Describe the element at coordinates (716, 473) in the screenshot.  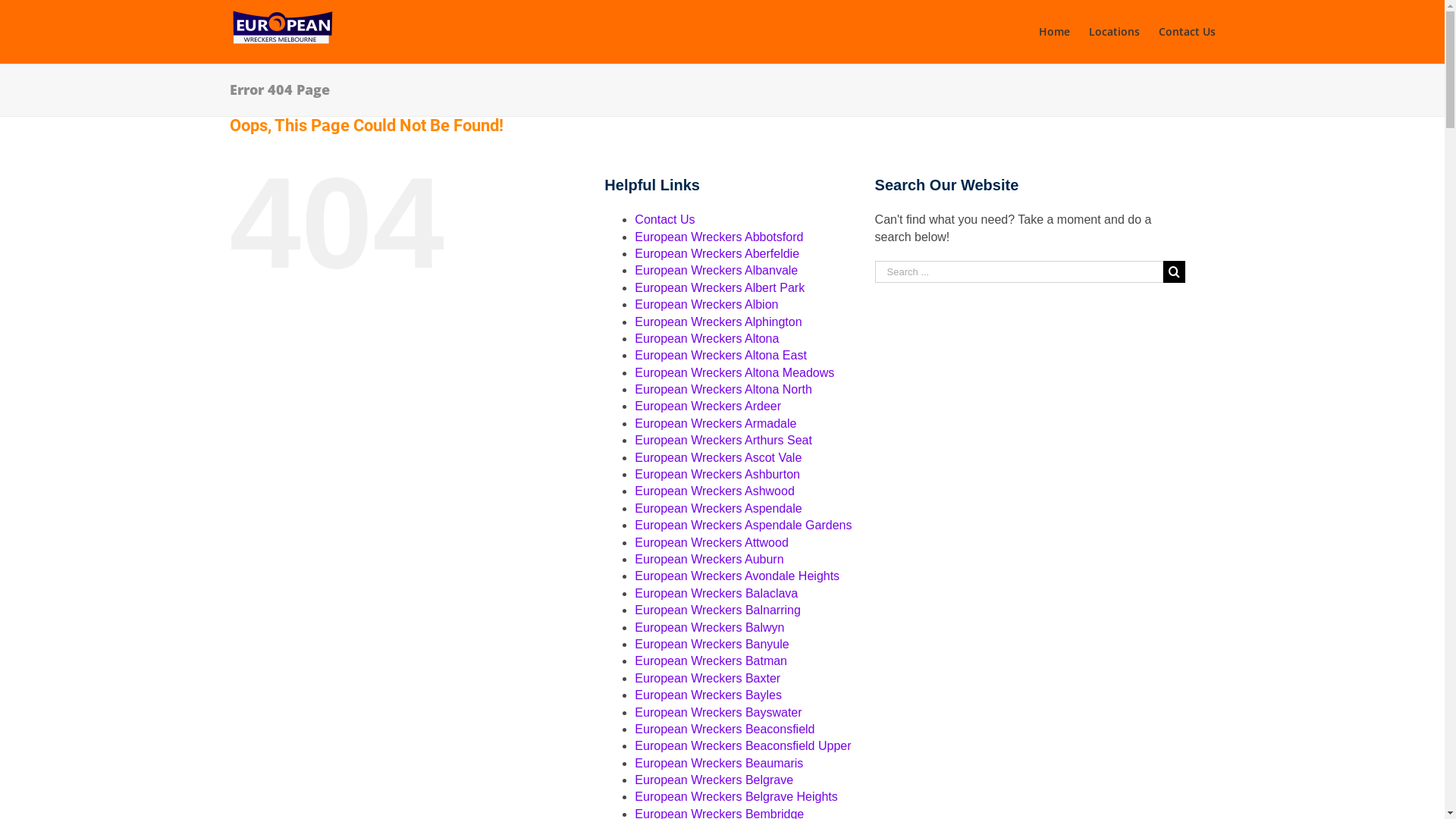
I see `'European Wreckers Ashburton'` at that location.